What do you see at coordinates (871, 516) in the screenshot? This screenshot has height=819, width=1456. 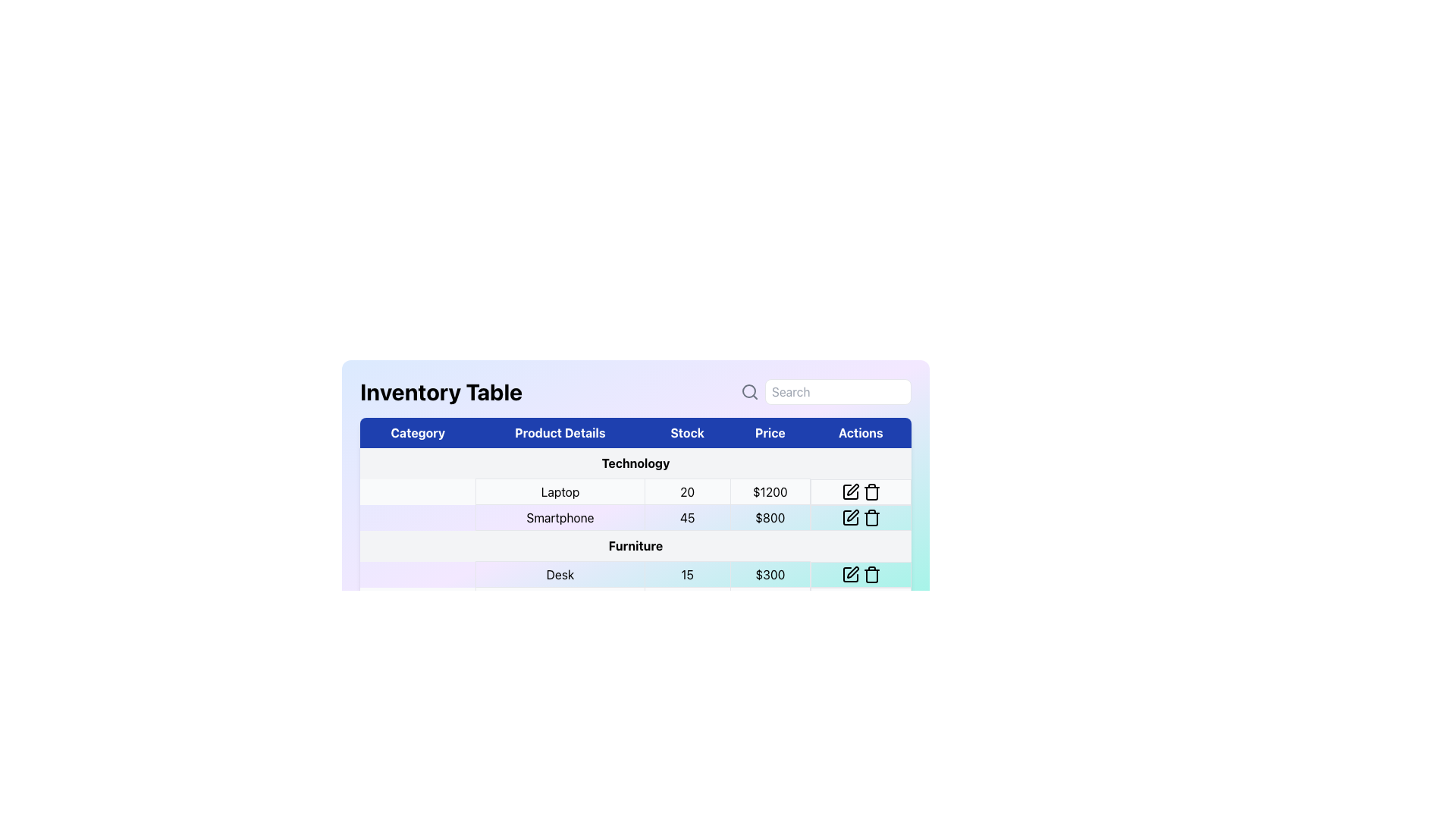 I see `the trash icon button located in the 'Actions' column of the table associated with the 'Smartphone' row` at bounding box center [871, 516].